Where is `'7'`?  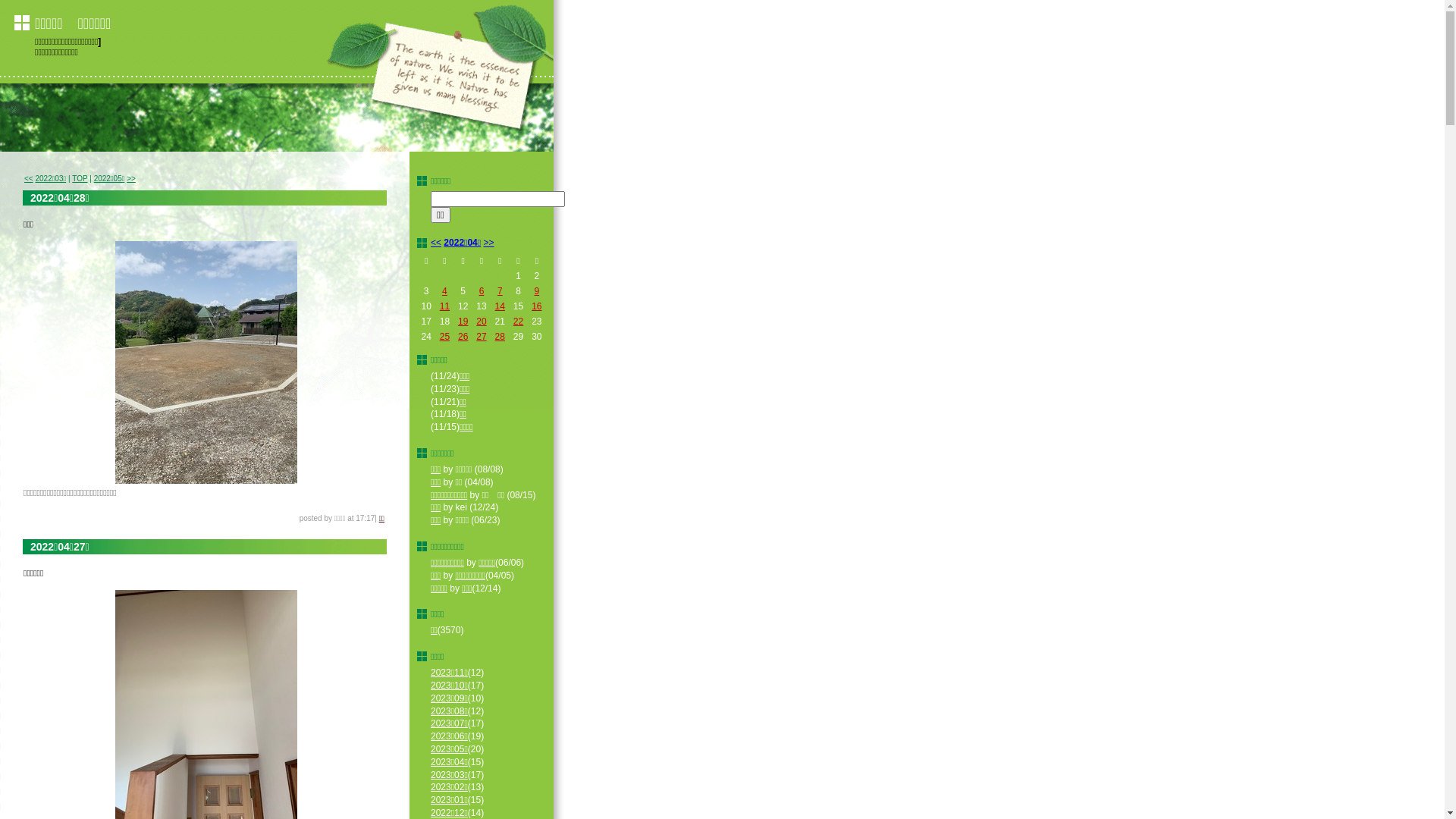
'7' is located at coordinates (500, 291).